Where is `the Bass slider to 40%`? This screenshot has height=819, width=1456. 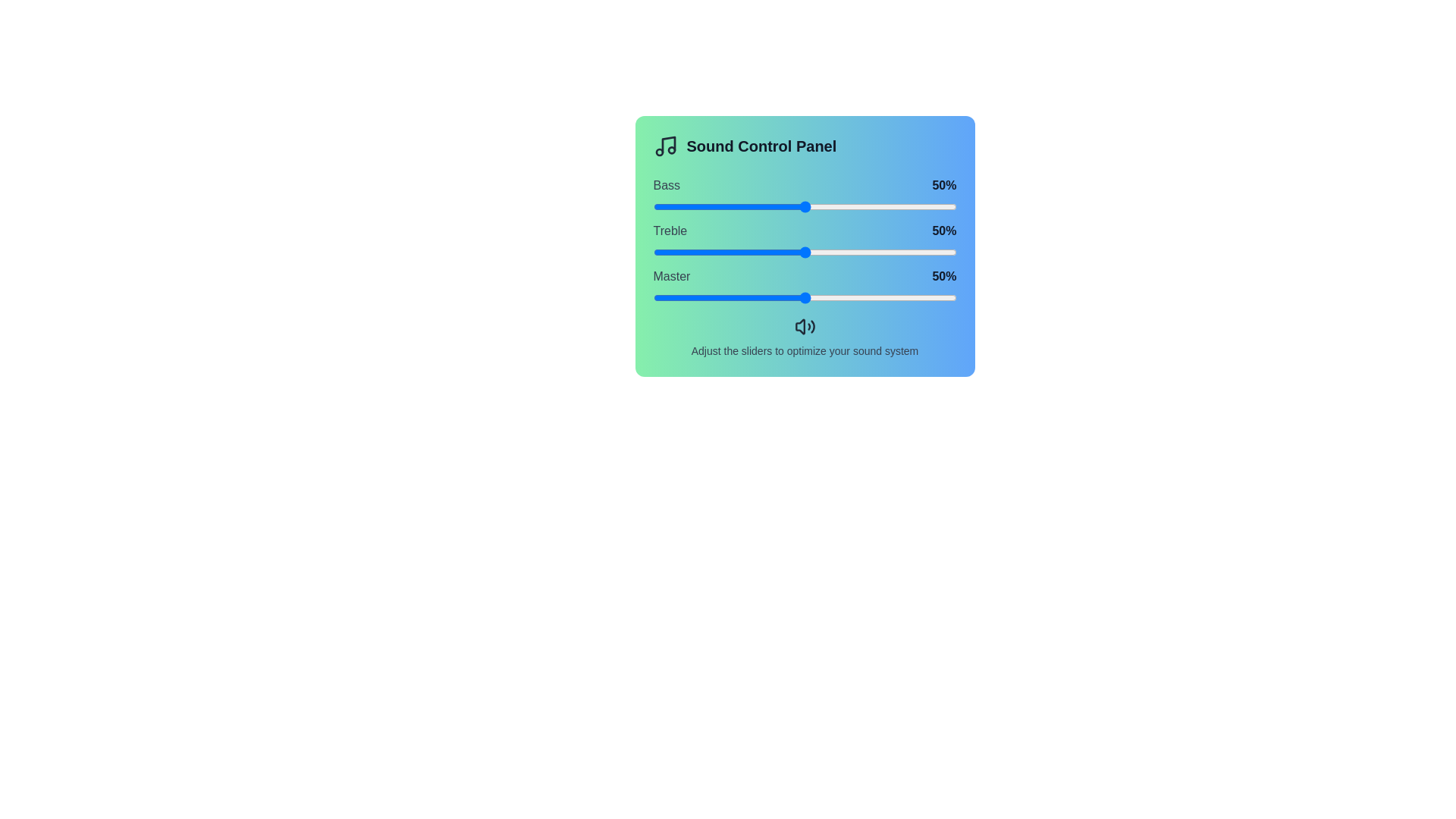
the Bass slider to 40% is located at coordinates (774, 207).